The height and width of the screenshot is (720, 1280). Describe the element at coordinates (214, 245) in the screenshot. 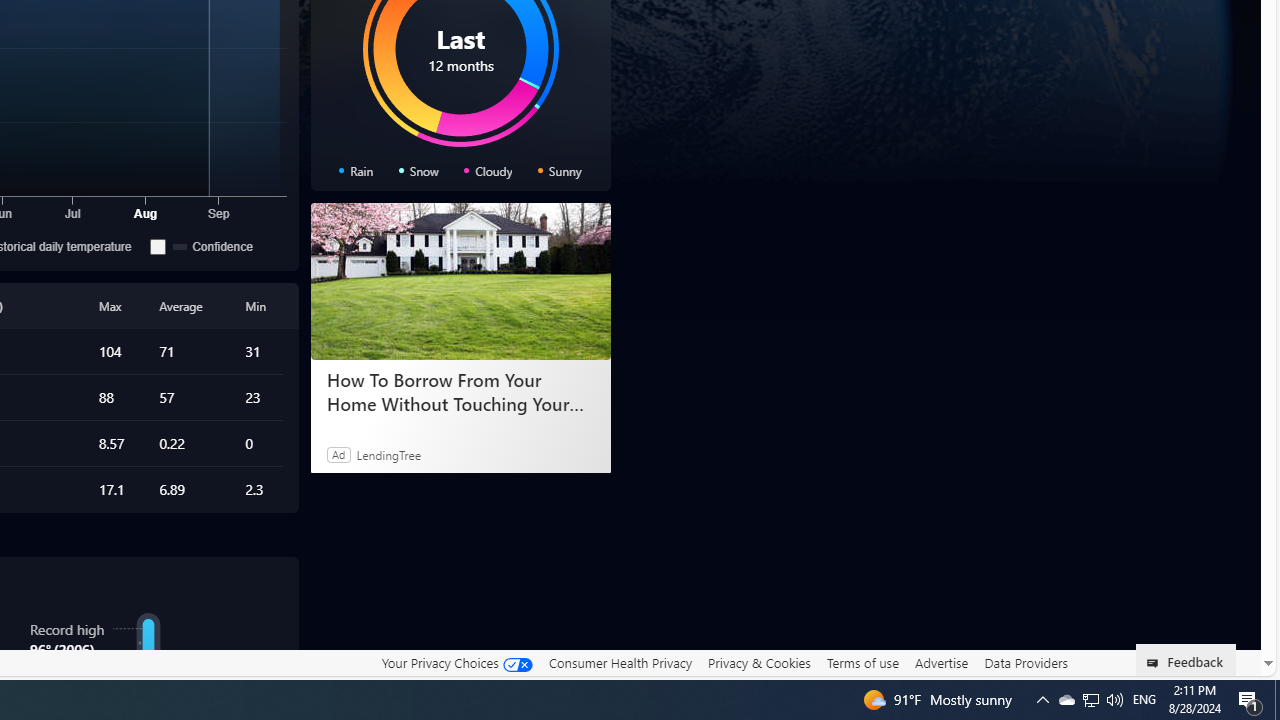

I see `'Confidence'` at that location.